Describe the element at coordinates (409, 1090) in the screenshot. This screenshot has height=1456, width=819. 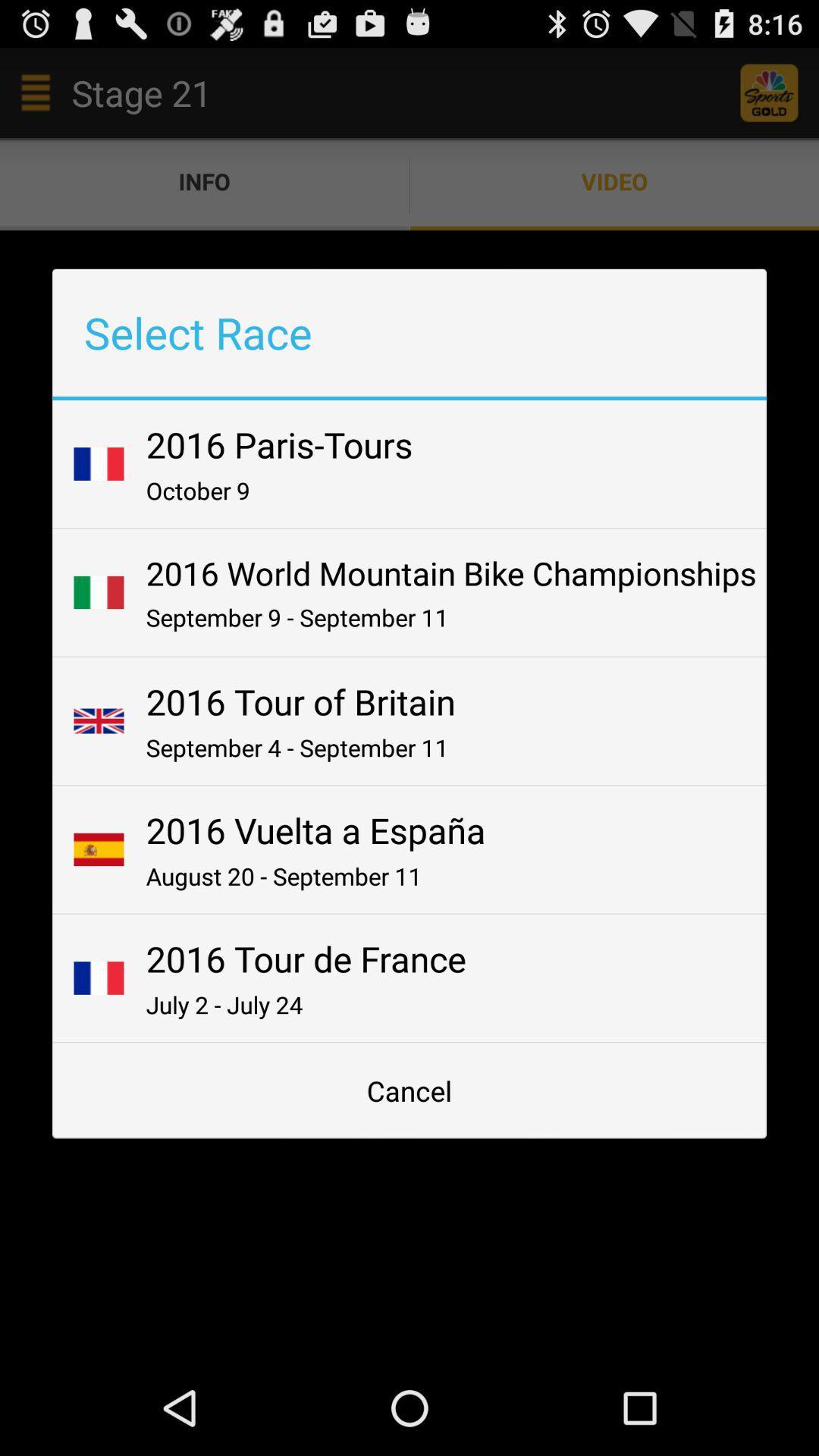
I see `app below july 2 july item` at that location.